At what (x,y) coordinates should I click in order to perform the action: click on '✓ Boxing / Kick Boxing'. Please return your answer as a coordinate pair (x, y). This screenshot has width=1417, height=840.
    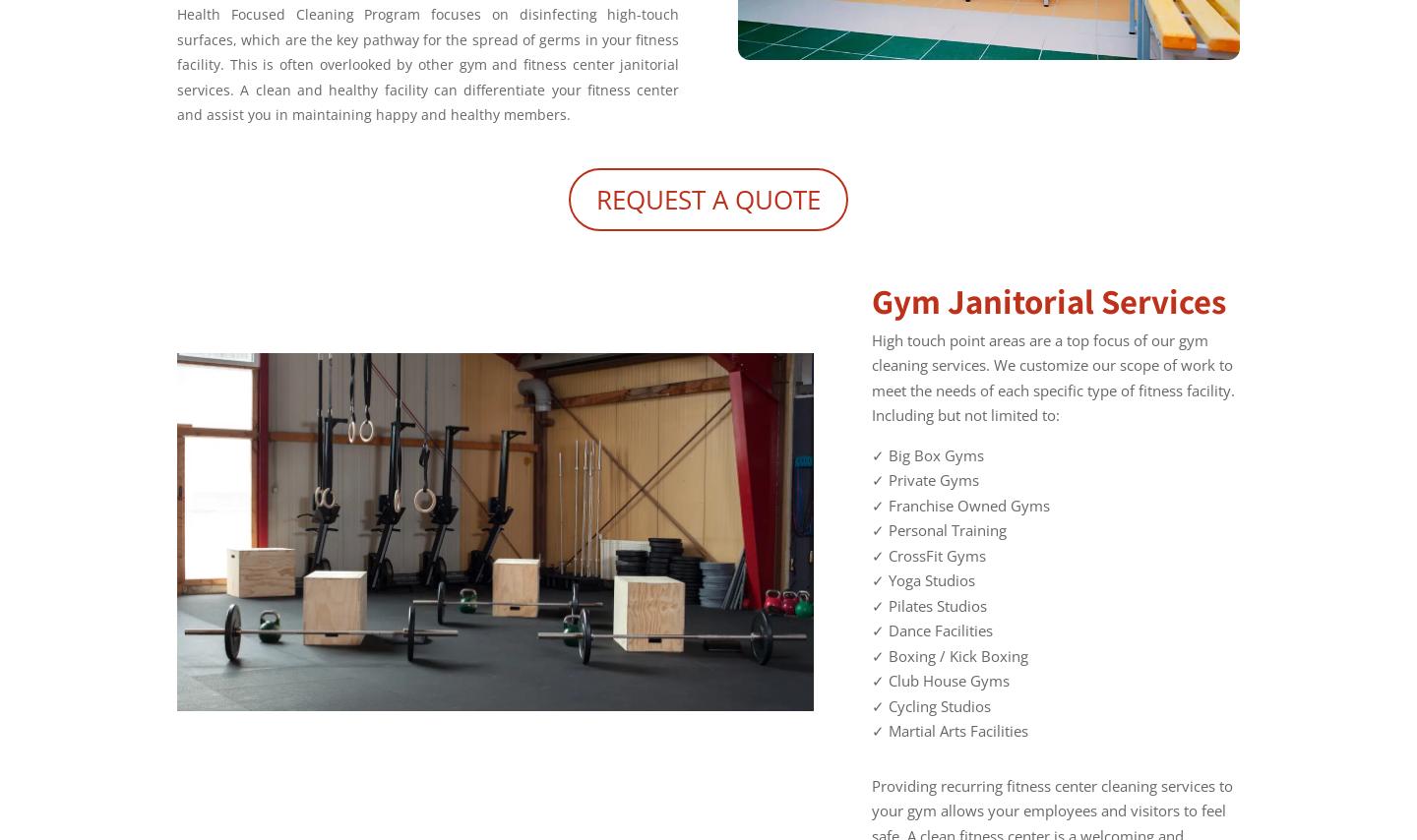
    Looking at the image, I should click on (949, 655).